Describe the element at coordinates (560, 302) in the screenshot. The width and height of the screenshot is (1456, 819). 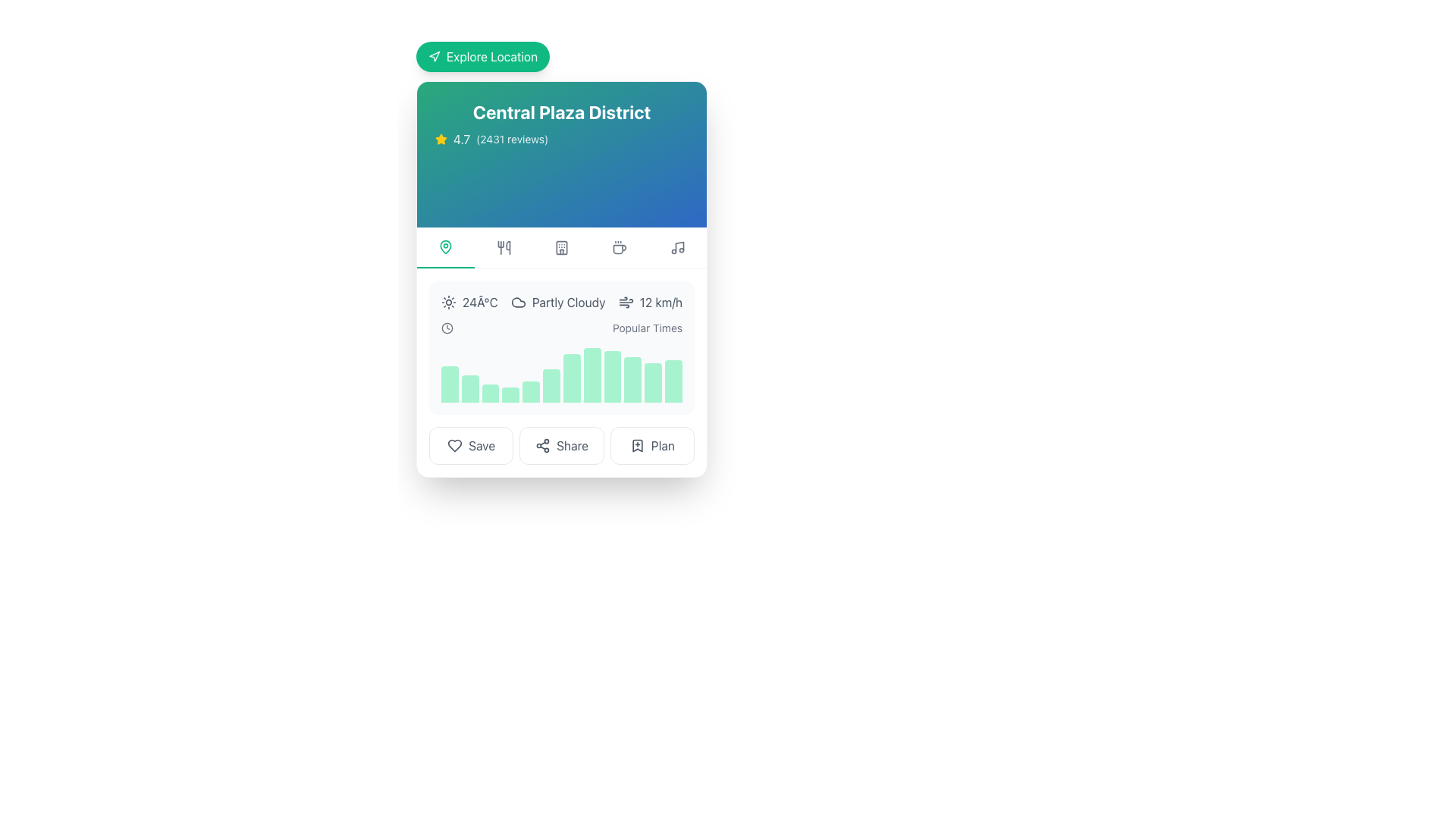
I see `the Informational display showing weather information, including temperature, weather condition, and wind speed, located below 'Central Plaza District' and above the 'Popular Times' graph` at that location.